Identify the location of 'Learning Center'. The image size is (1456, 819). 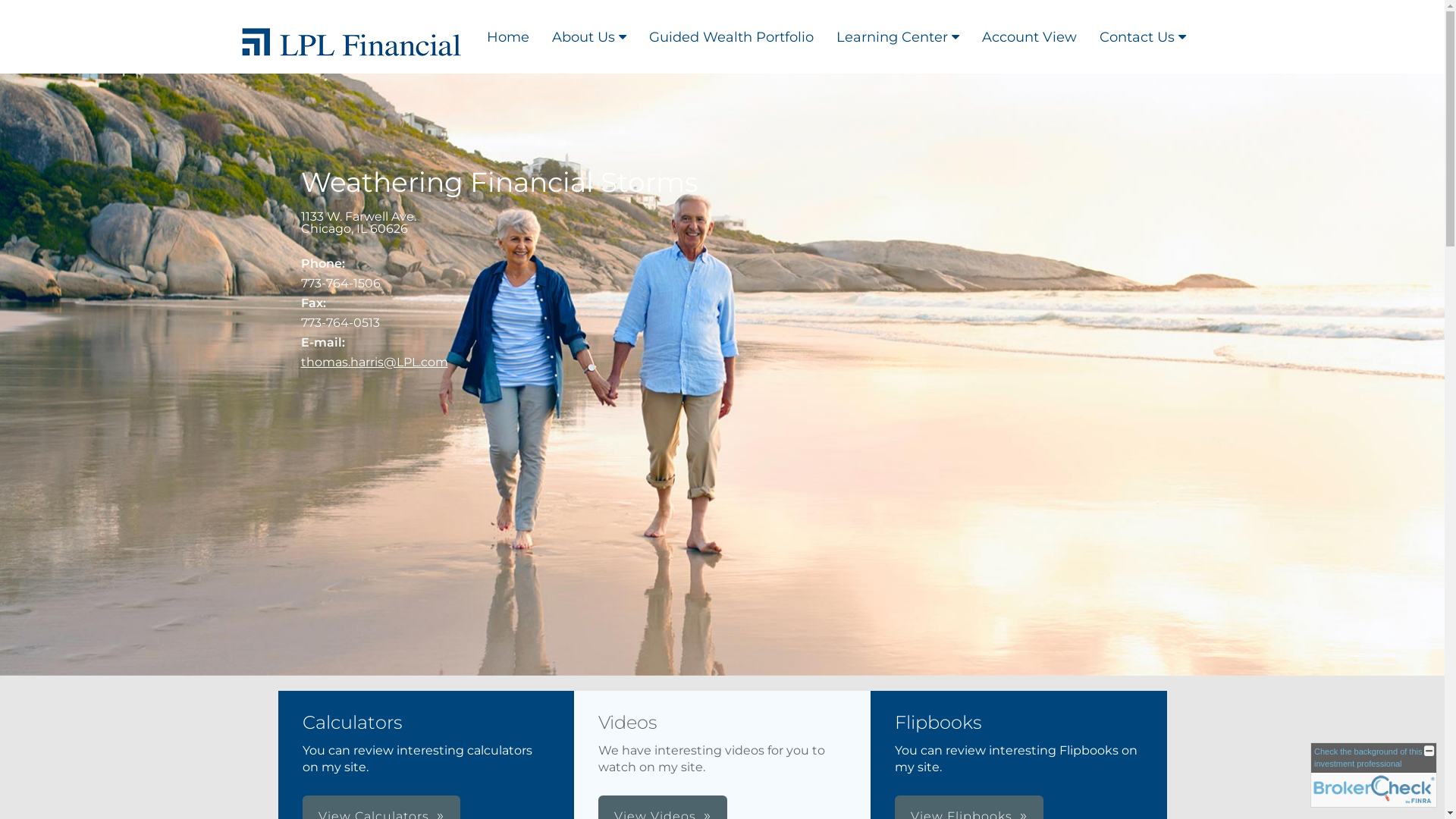
(824, 35).